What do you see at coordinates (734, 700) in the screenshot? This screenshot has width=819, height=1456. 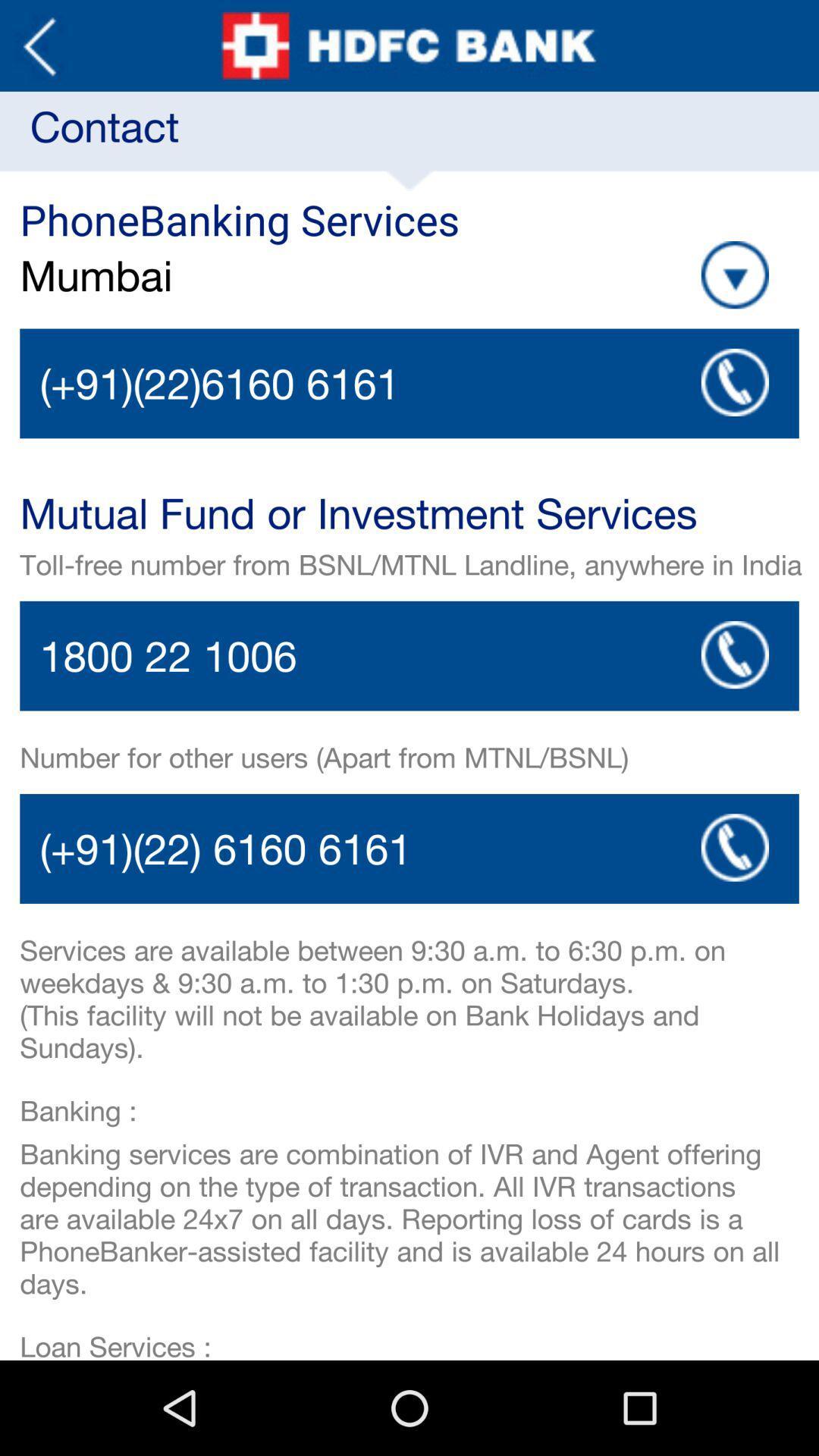 I see `the call icon` at bounding box center [734, 700].